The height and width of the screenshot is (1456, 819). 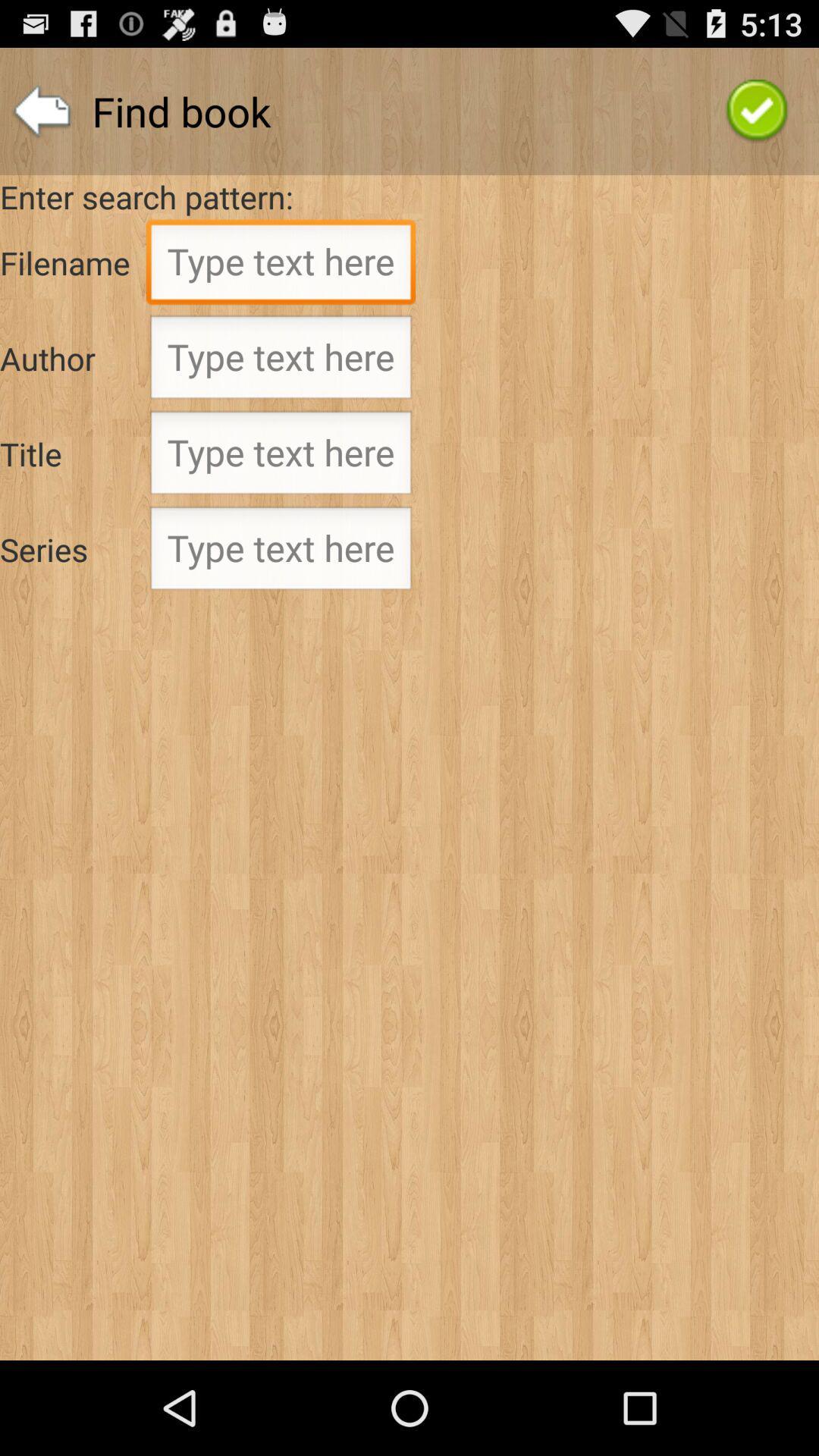 What do you see at coordinates (281, 457) in the screenshot?
I see `search title` at bounding box center [281, 457].